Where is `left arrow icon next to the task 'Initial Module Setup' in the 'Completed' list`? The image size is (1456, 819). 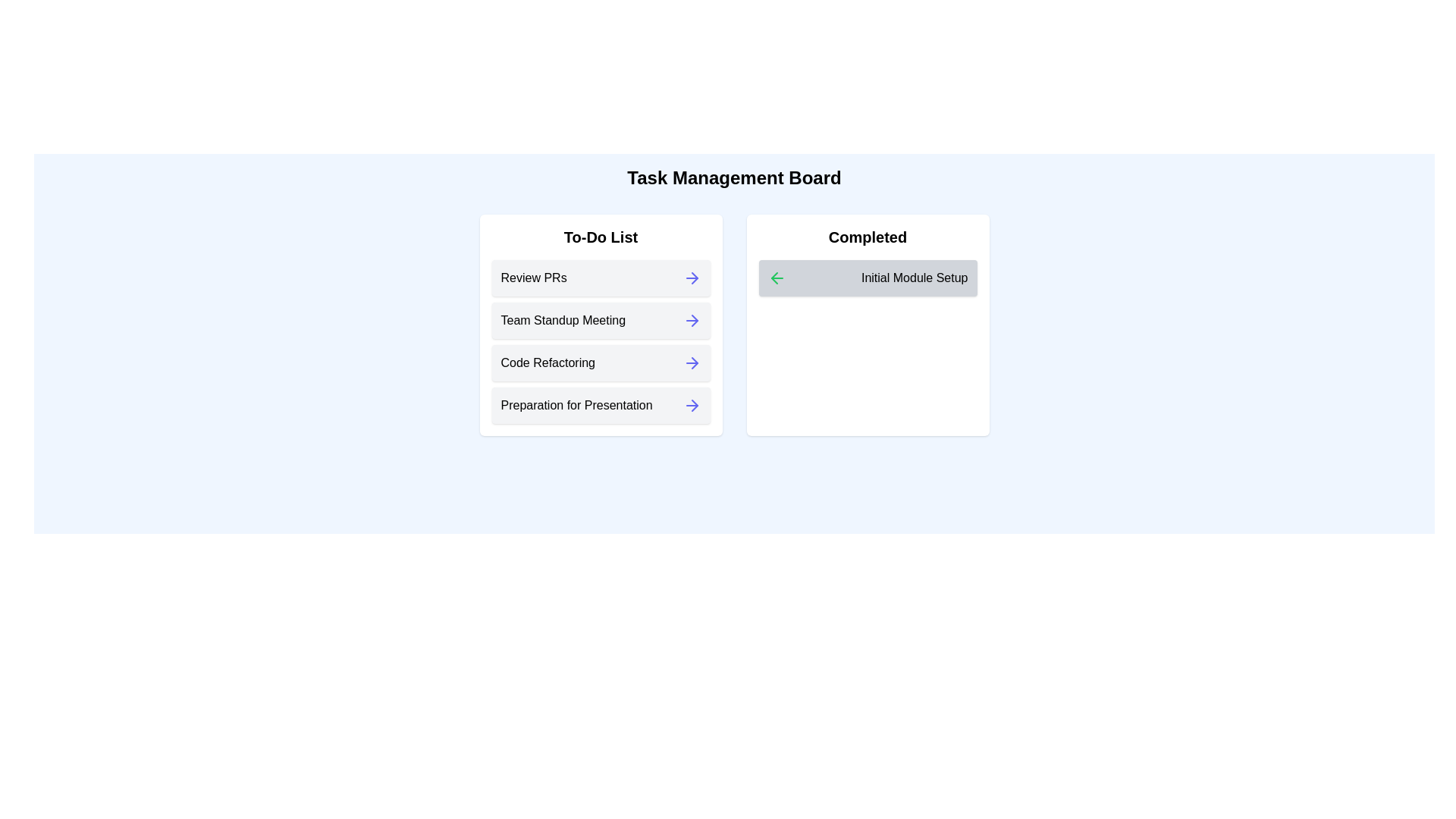
left arrow icon next to the task 'Initial Module Setup' in the 'Completed' list is located at coordinates (777, 278).